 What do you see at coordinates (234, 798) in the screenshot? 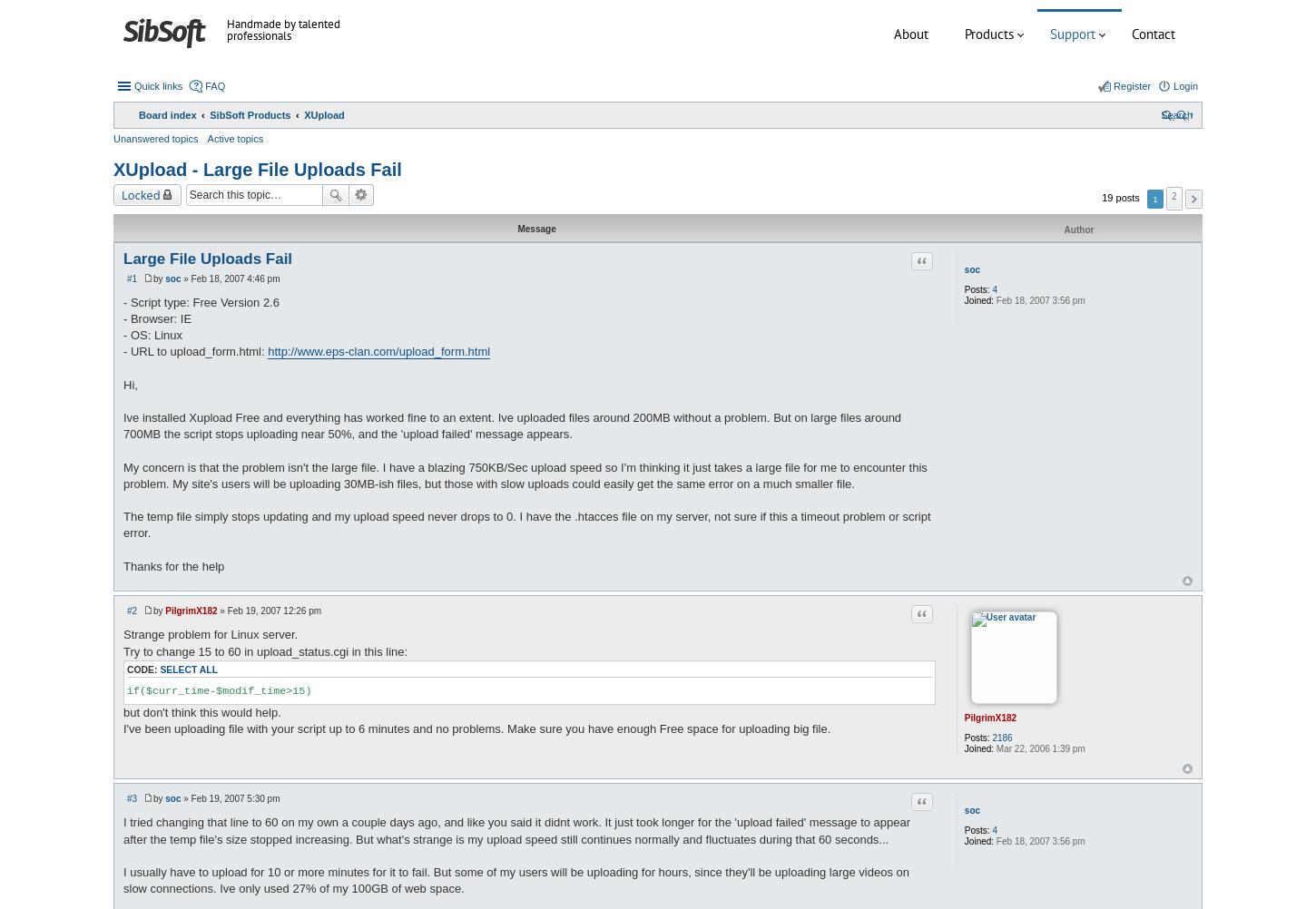
I see `'Feb 19, 2007 5:30 pm'` at bounding box center [234, 798].